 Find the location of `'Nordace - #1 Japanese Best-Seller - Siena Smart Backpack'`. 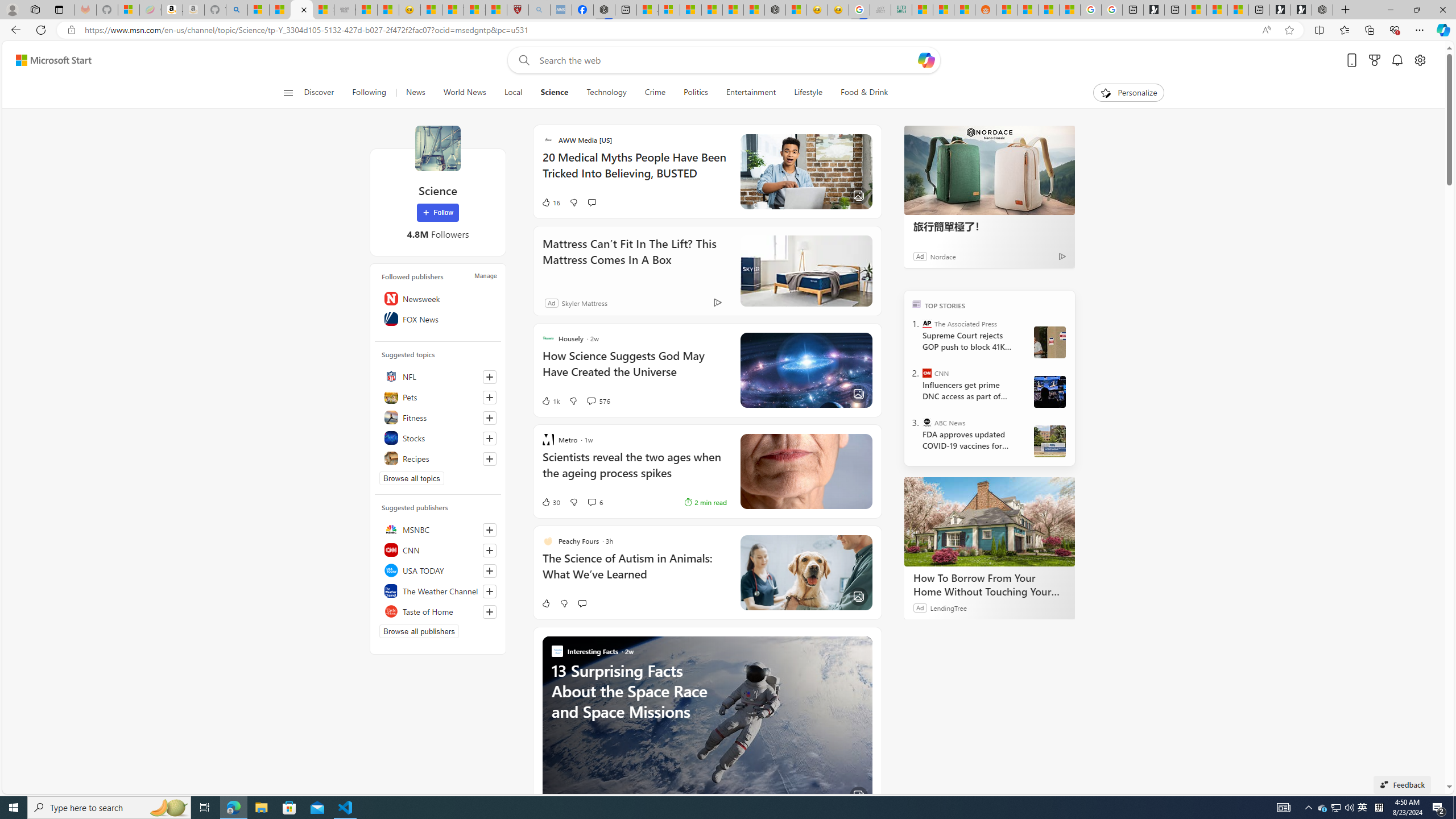

'Nordace - #1 Japanese Best-Seller - Siena Smart Backpack' is located at coordinates (775, 9).